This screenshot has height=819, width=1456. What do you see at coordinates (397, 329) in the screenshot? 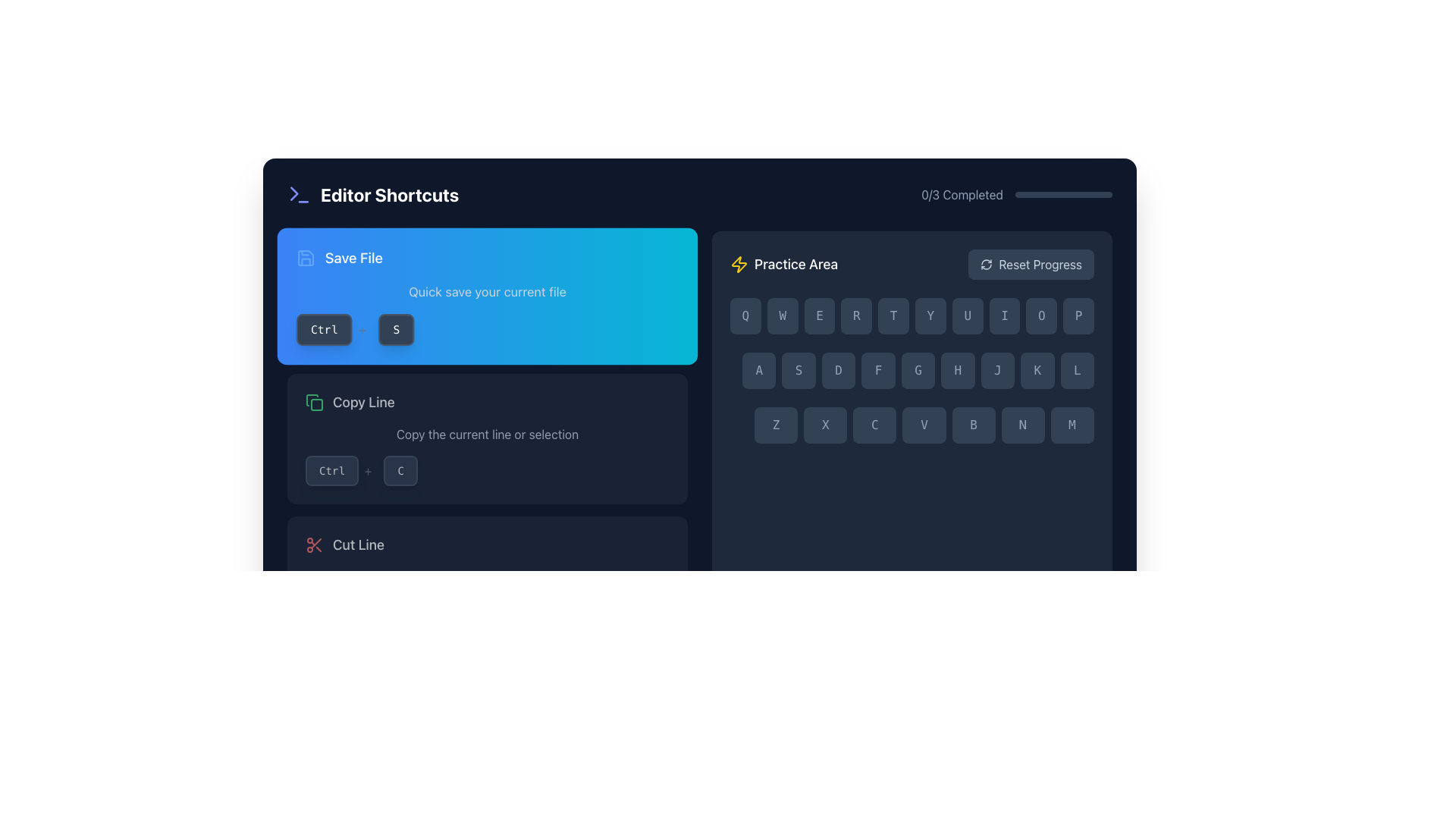
I see `the 'S' key button in the 'Ctrl + S' keyboard shortcut display to simulate the keypress for saving a file` at bounding box center [397, 329].